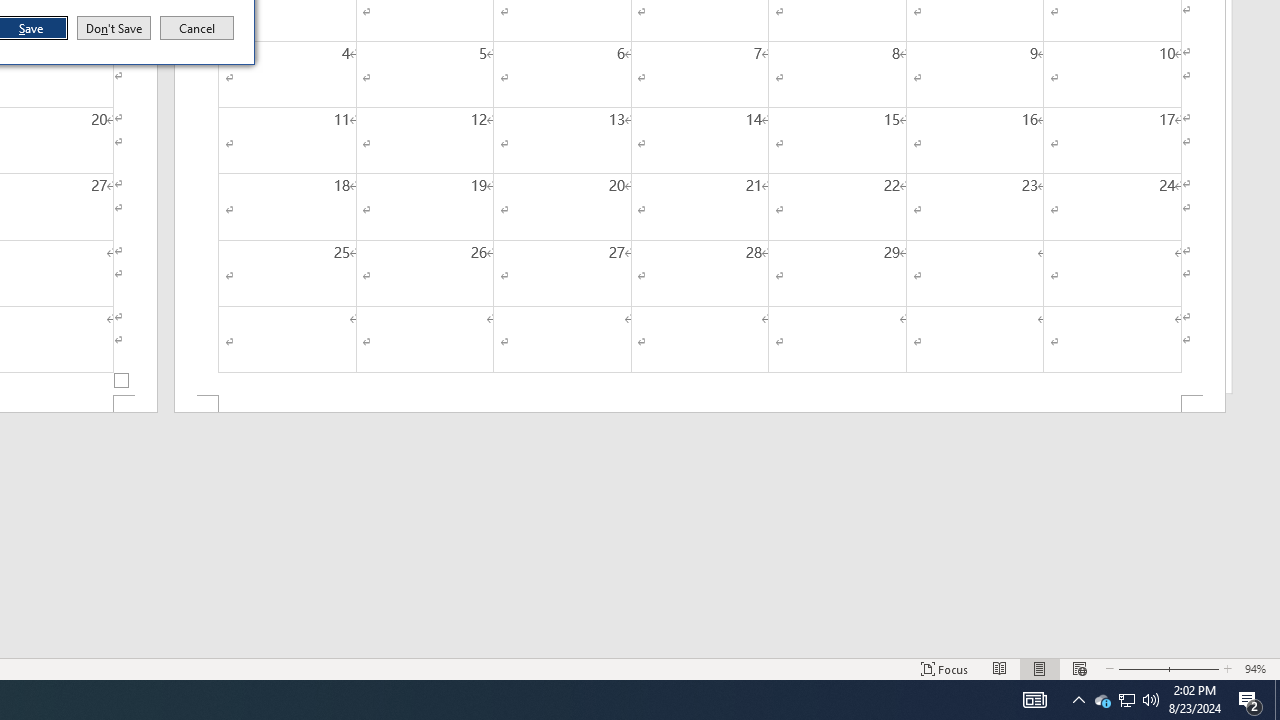  I want to click on 'Cancel', so click(197, 28).